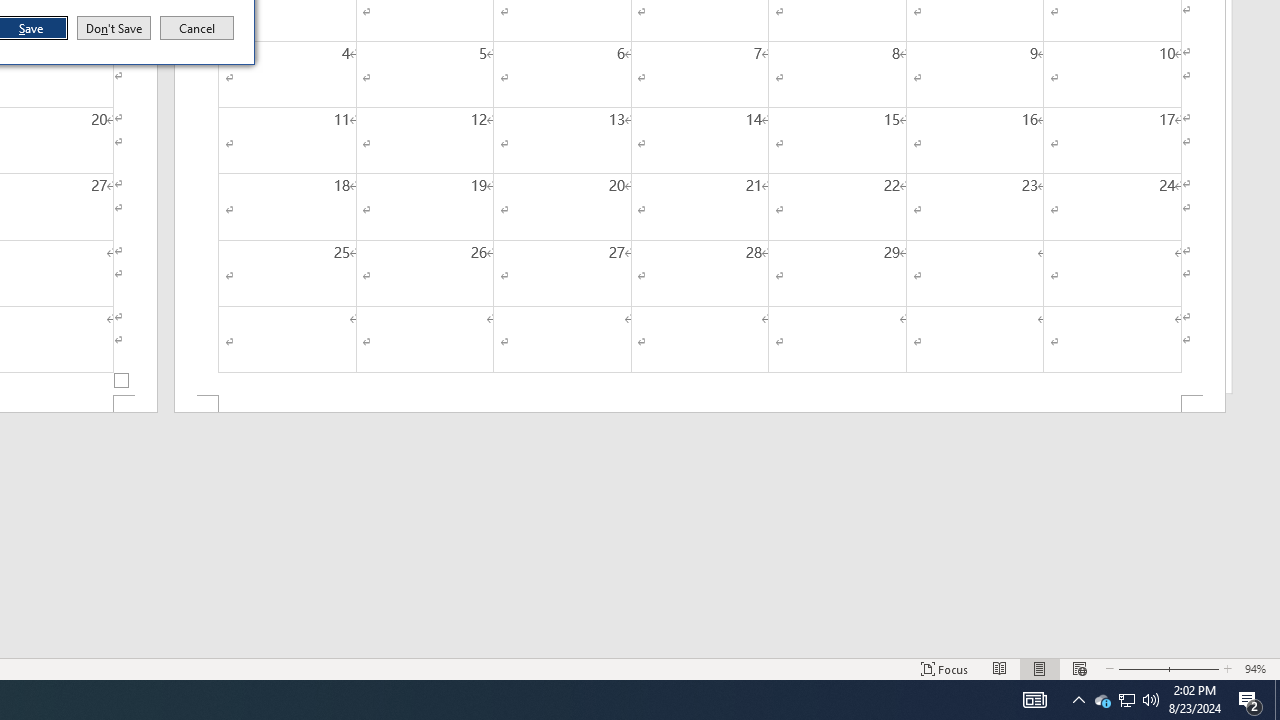  I want to click on 'Cancel', so click(197, 28).